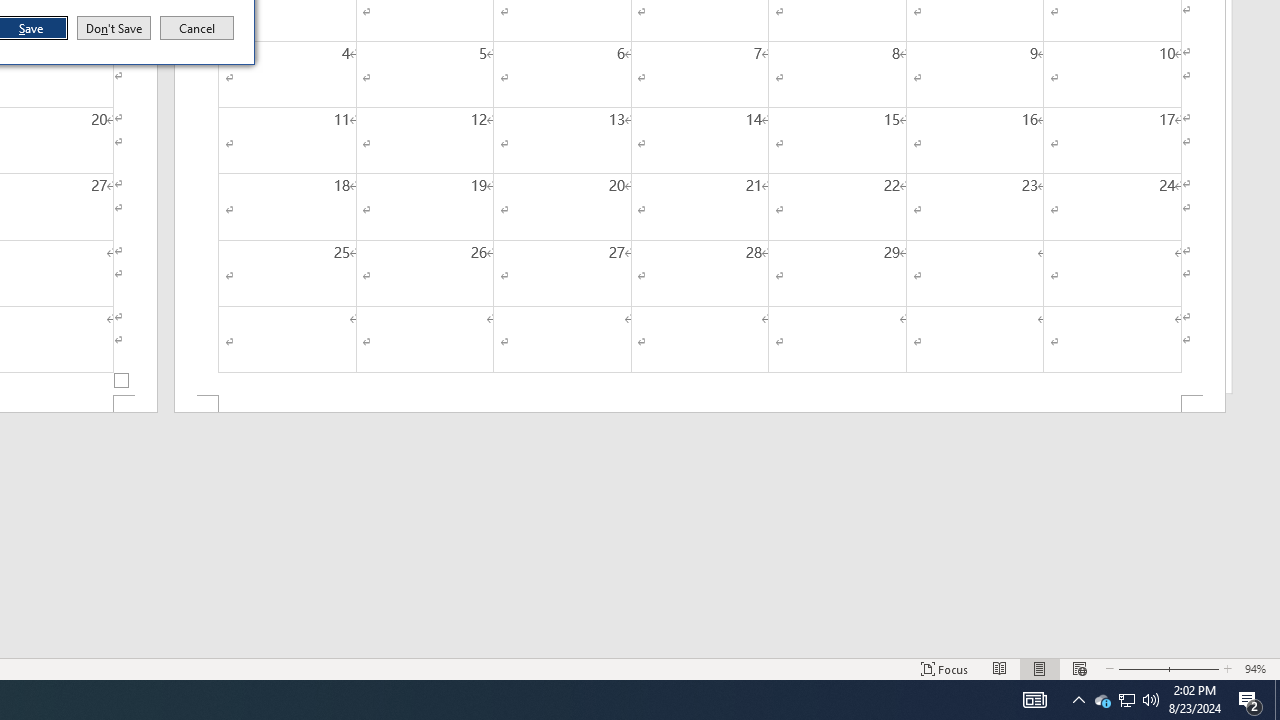  I want to click on 'Cancel', so click(197, 28).